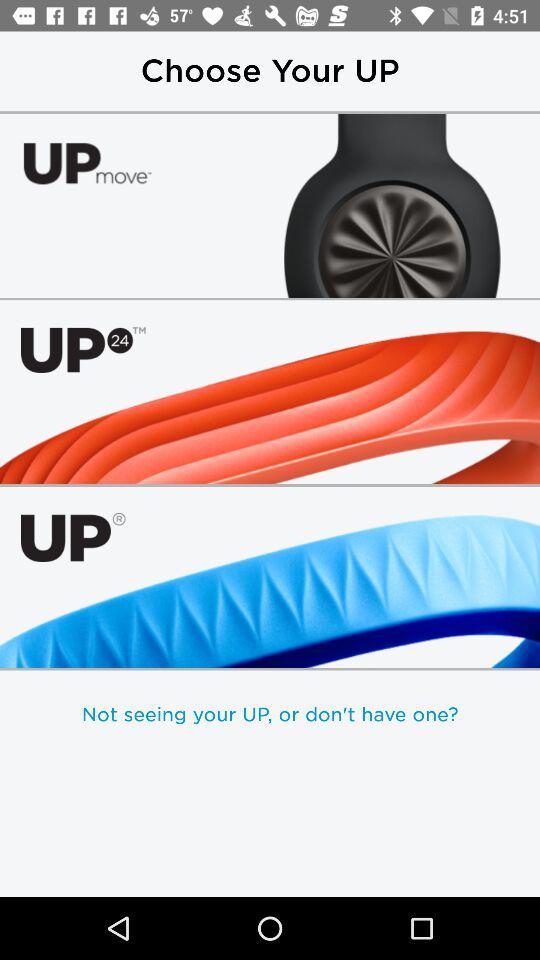 Image resolution: width=540 pixels, height=960 pixels. Describe the element at coordinates (270, 714) in the screenshot. I see `the not seeing your icon` at that location.